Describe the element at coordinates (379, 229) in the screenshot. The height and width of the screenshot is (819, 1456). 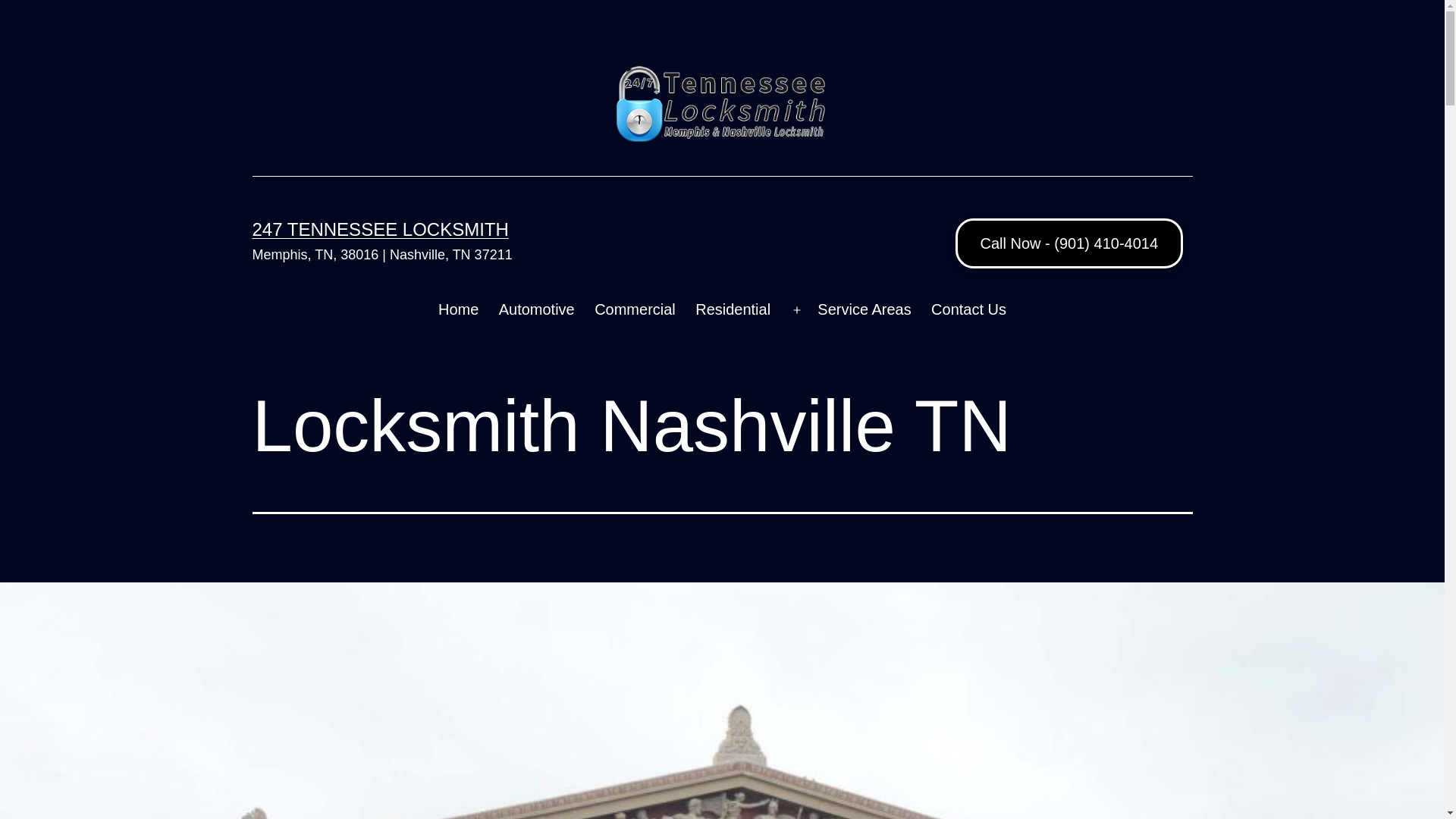
I see `'247 TENNESSEE LOCKSMITH'` at that location.